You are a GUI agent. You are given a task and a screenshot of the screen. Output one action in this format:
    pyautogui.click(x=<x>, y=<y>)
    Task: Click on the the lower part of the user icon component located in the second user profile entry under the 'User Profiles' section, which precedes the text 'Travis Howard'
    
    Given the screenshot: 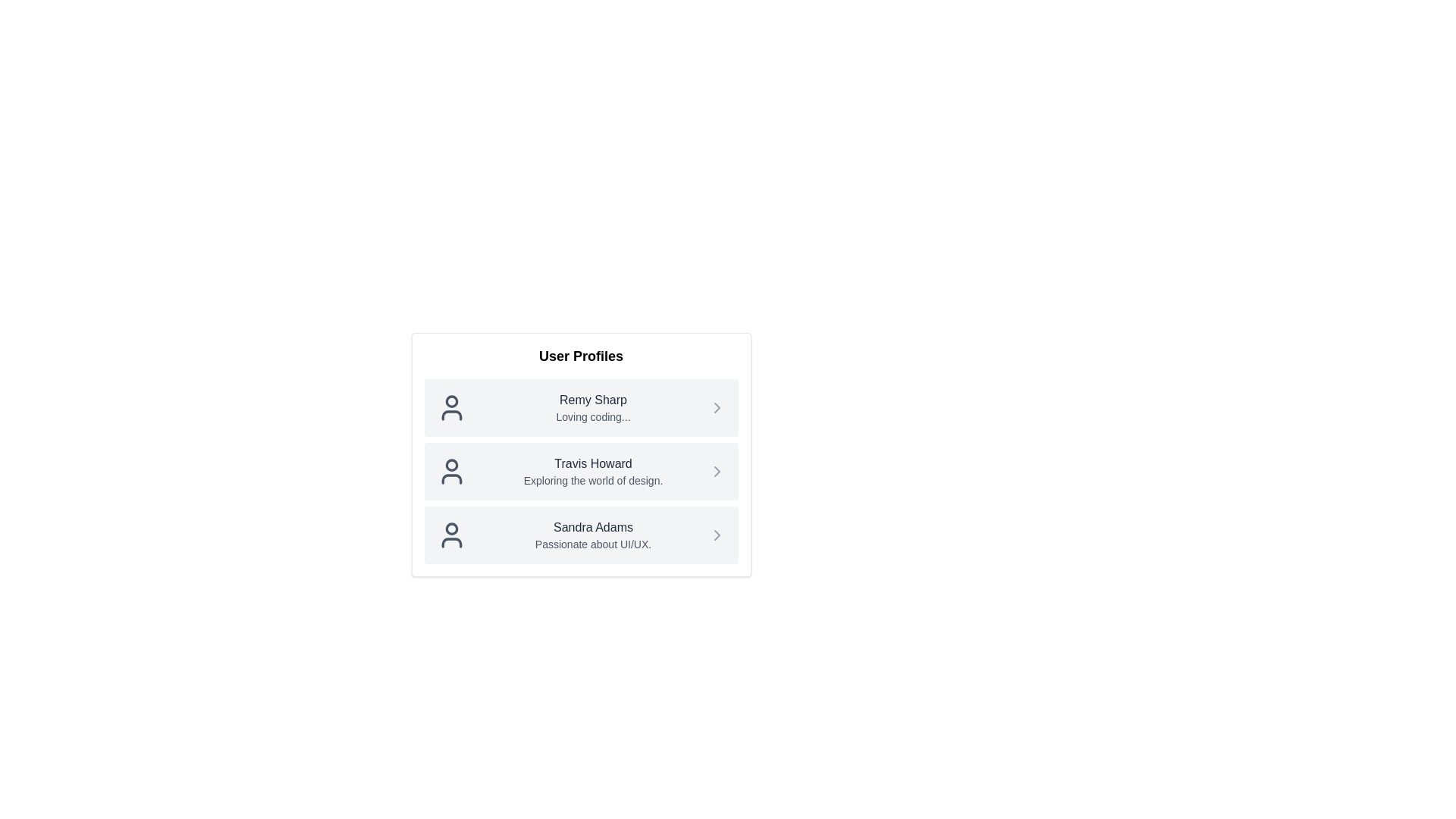 What is the action you would take?
    pyautogui.click(x=450, y=479)
    